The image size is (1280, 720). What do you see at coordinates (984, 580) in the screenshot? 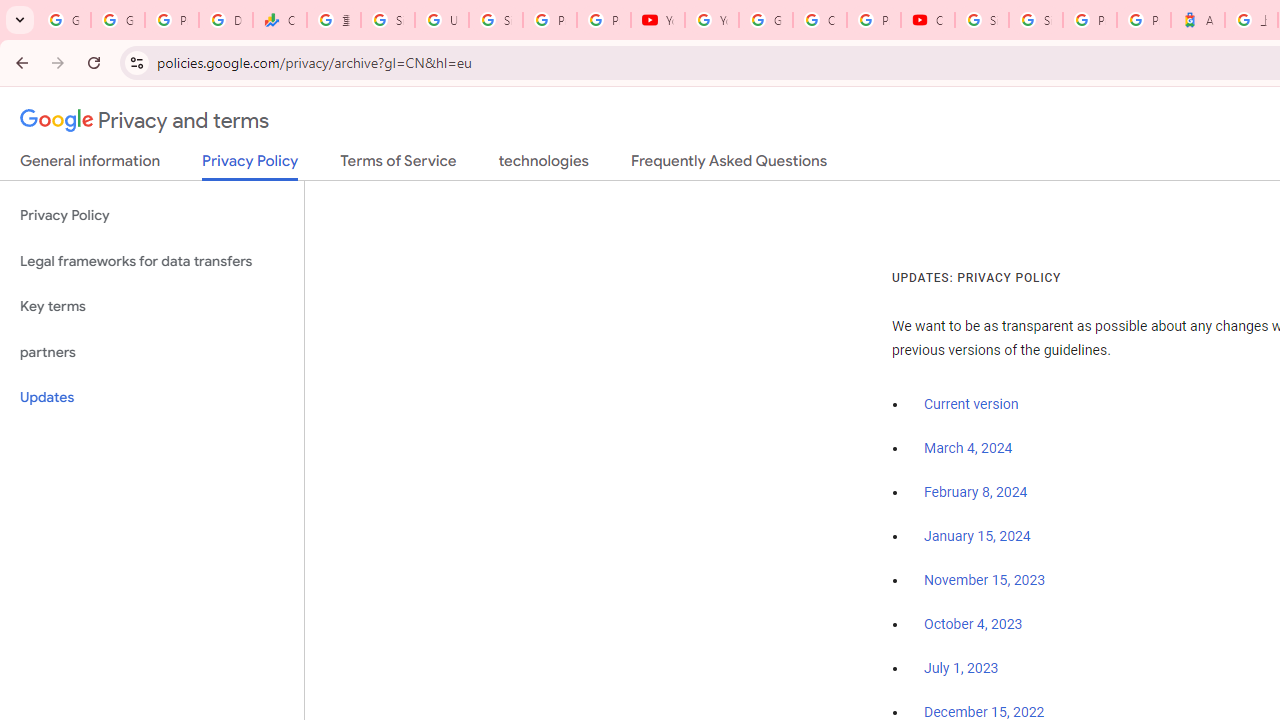
I see `'November 15, 2023'` at bounding box center [984, 580].